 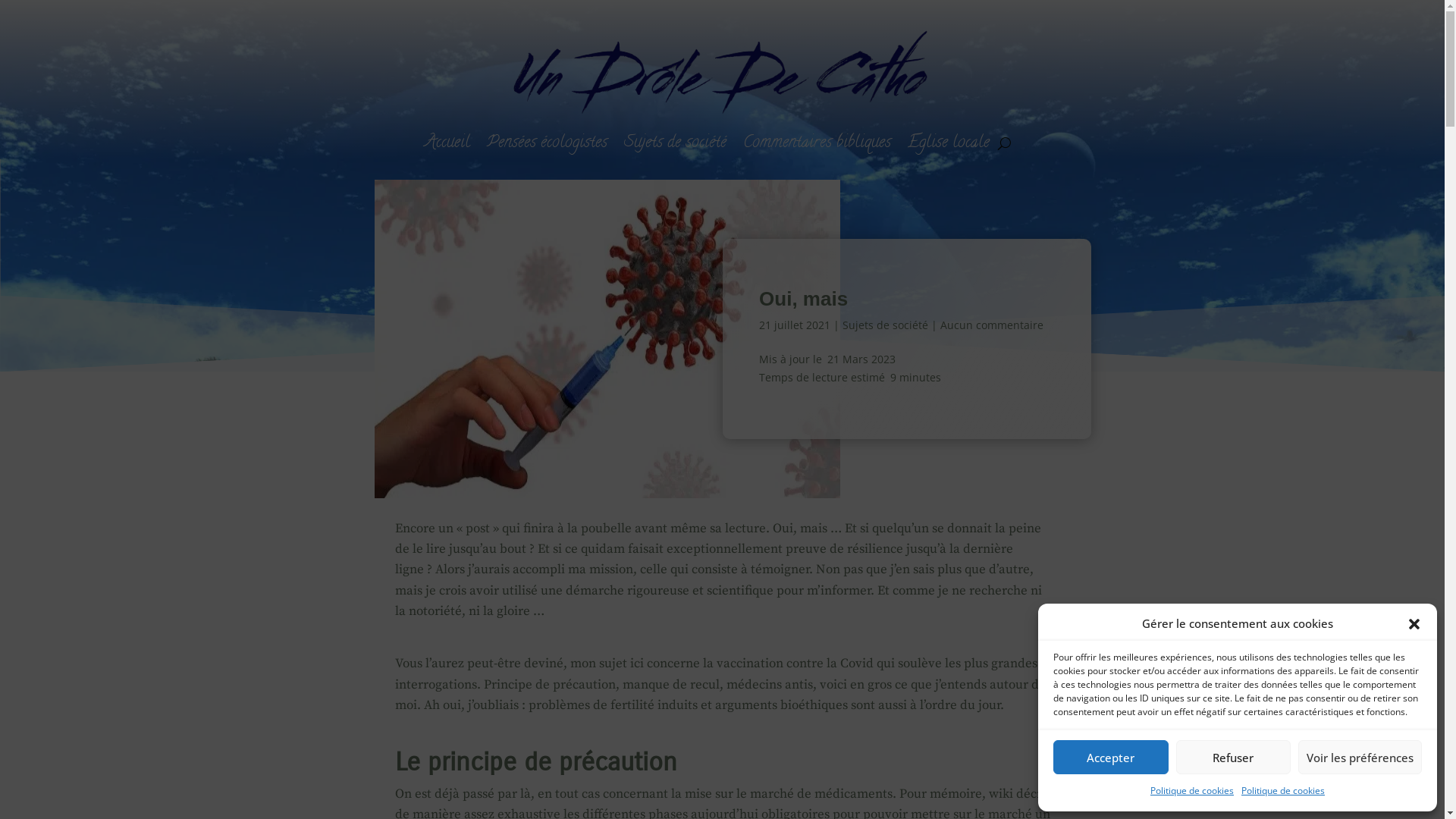 I want to click on 'Commentaires bibliques', so click(x=816, y=143).